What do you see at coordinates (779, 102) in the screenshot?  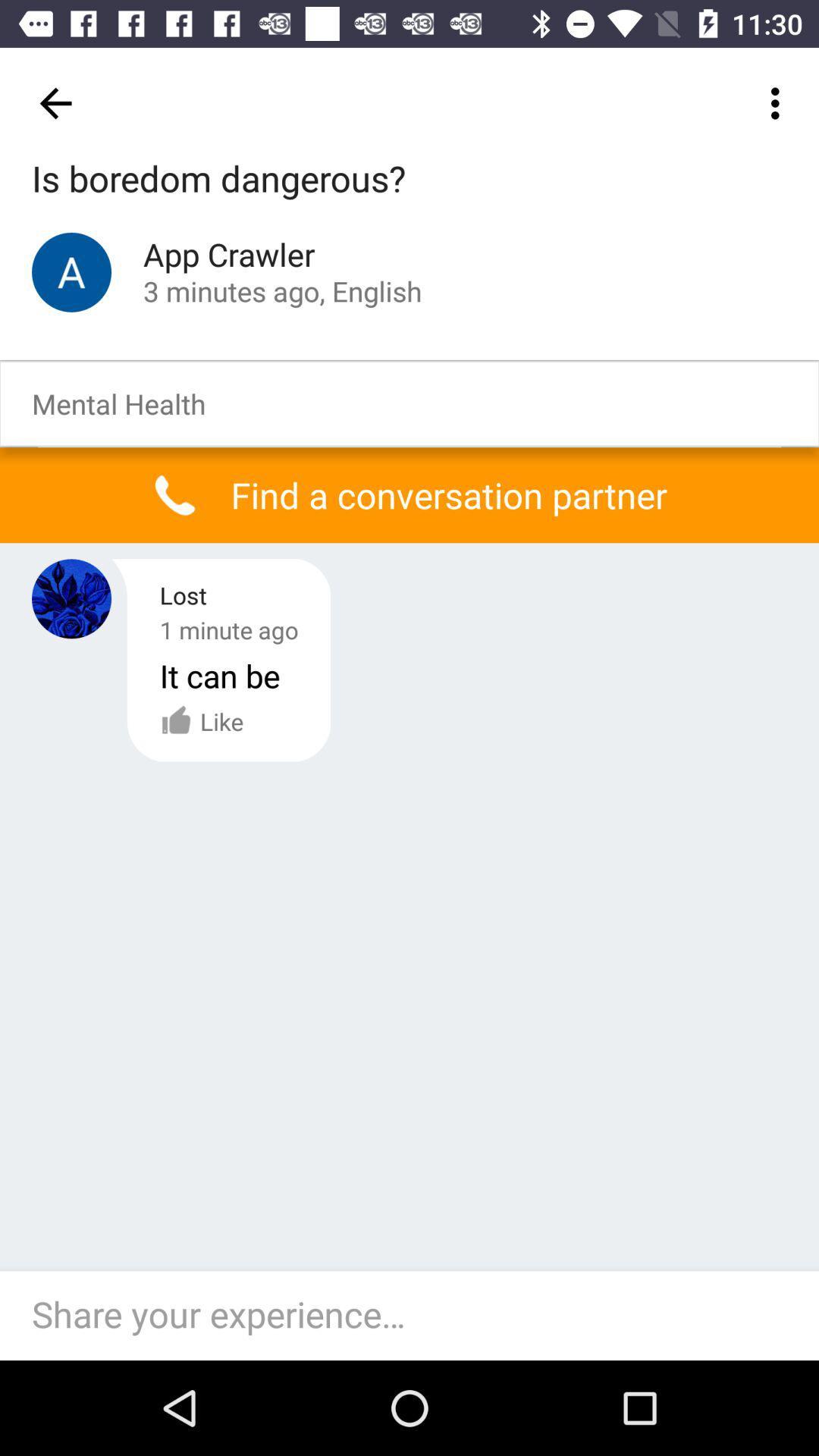 I see `the icon at the top right corner` at bounding box center [779, 102].